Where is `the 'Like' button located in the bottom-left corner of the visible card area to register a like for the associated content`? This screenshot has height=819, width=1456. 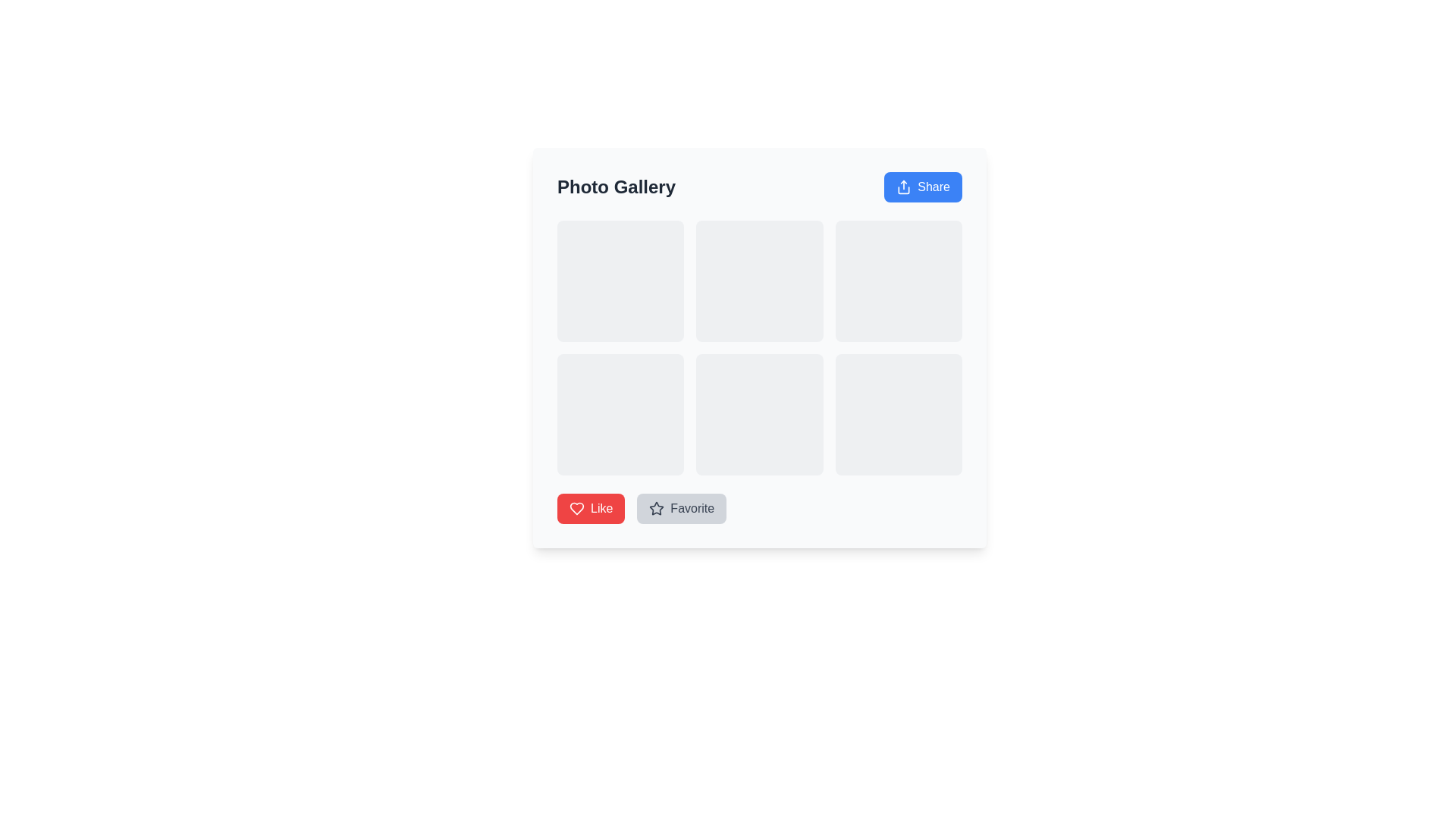
the 'Like' button located in the bottom-left corner of the visible card area to register a like for the associated content is located at coordinates (590, 509).